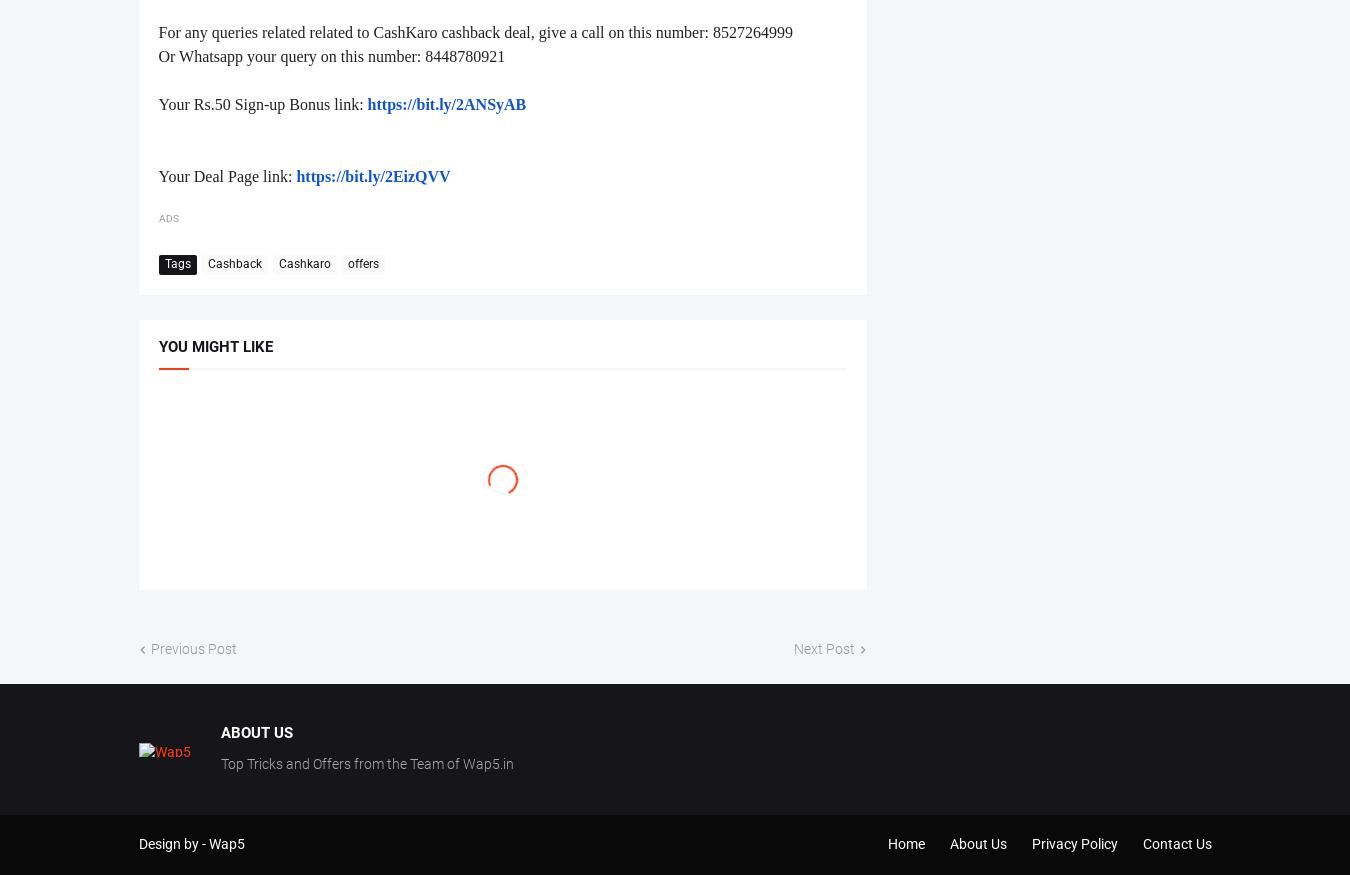  I want to click on 'Your Deal Page link:', so click(225, 174).